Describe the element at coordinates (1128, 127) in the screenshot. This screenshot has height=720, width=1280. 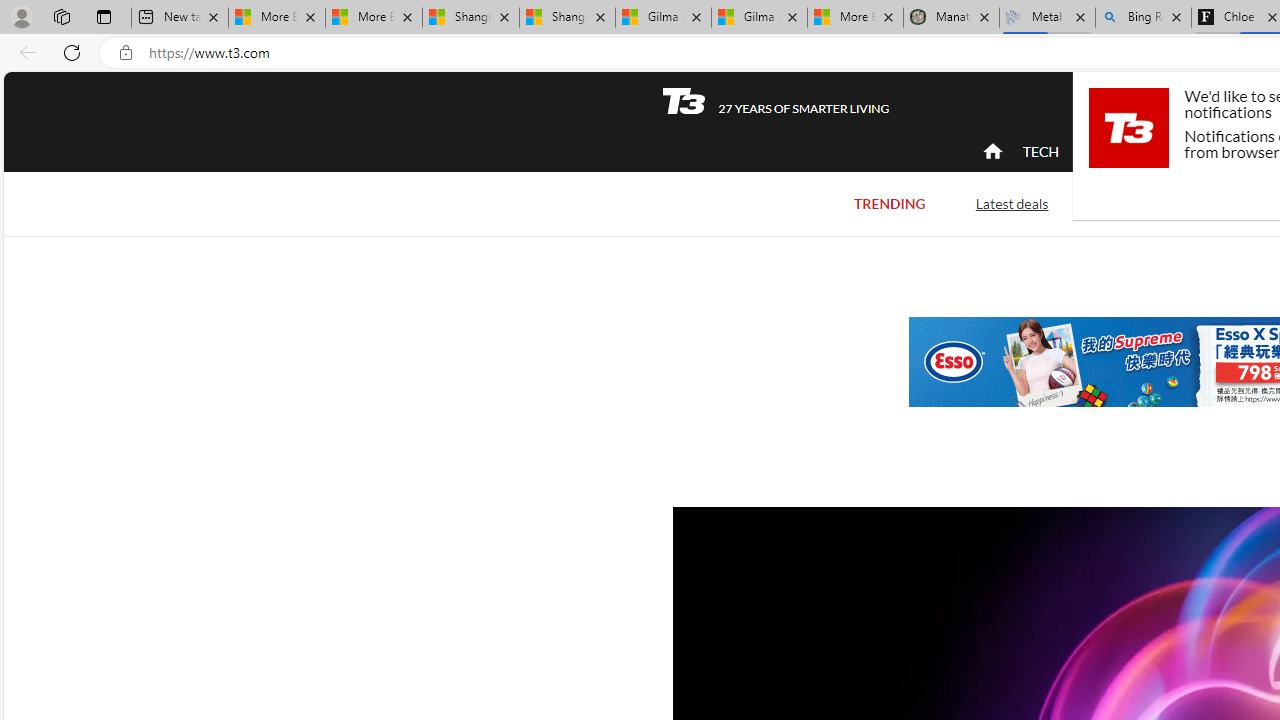
I see `'t3.com Logo'` at that location.